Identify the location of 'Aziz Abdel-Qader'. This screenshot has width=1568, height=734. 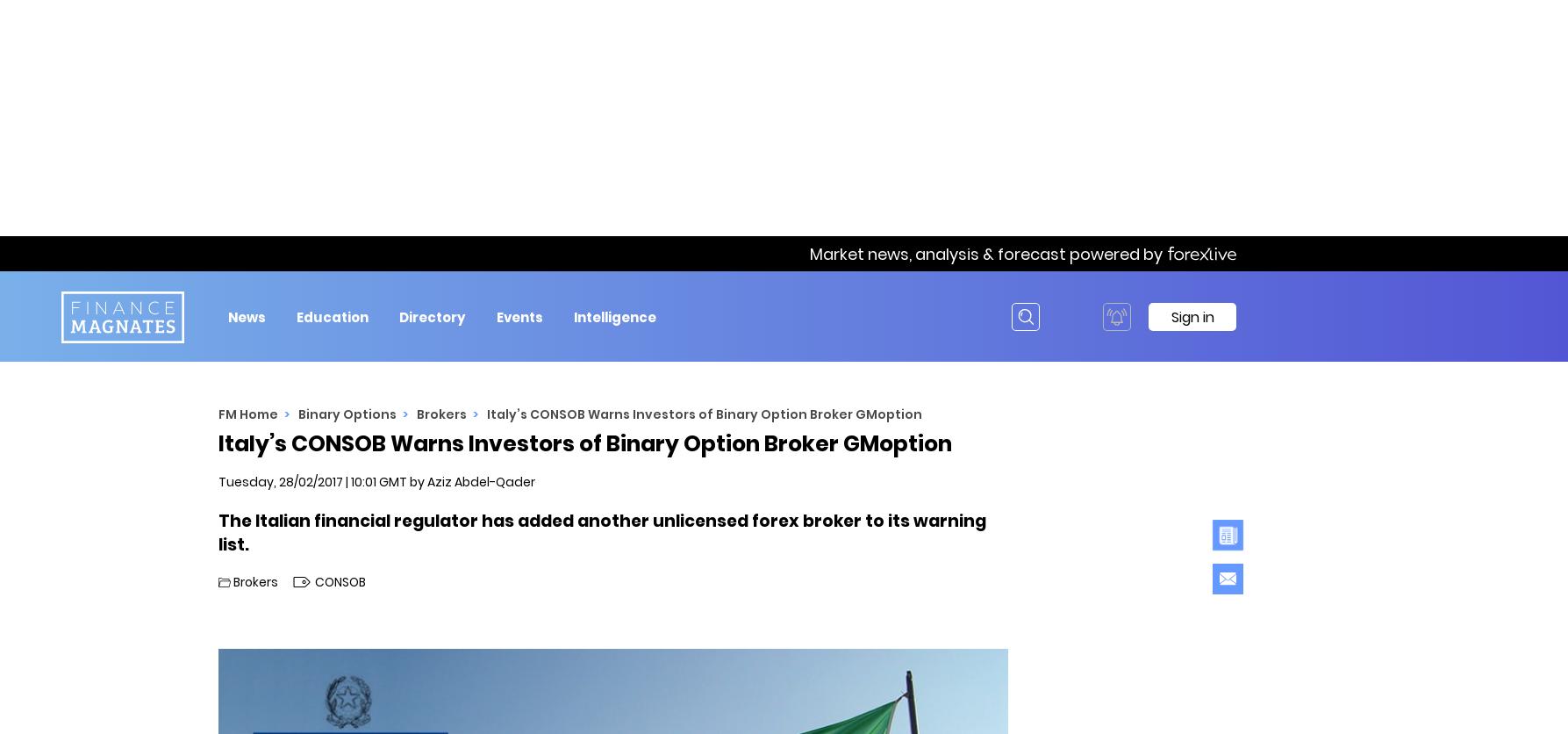
(479, 481).